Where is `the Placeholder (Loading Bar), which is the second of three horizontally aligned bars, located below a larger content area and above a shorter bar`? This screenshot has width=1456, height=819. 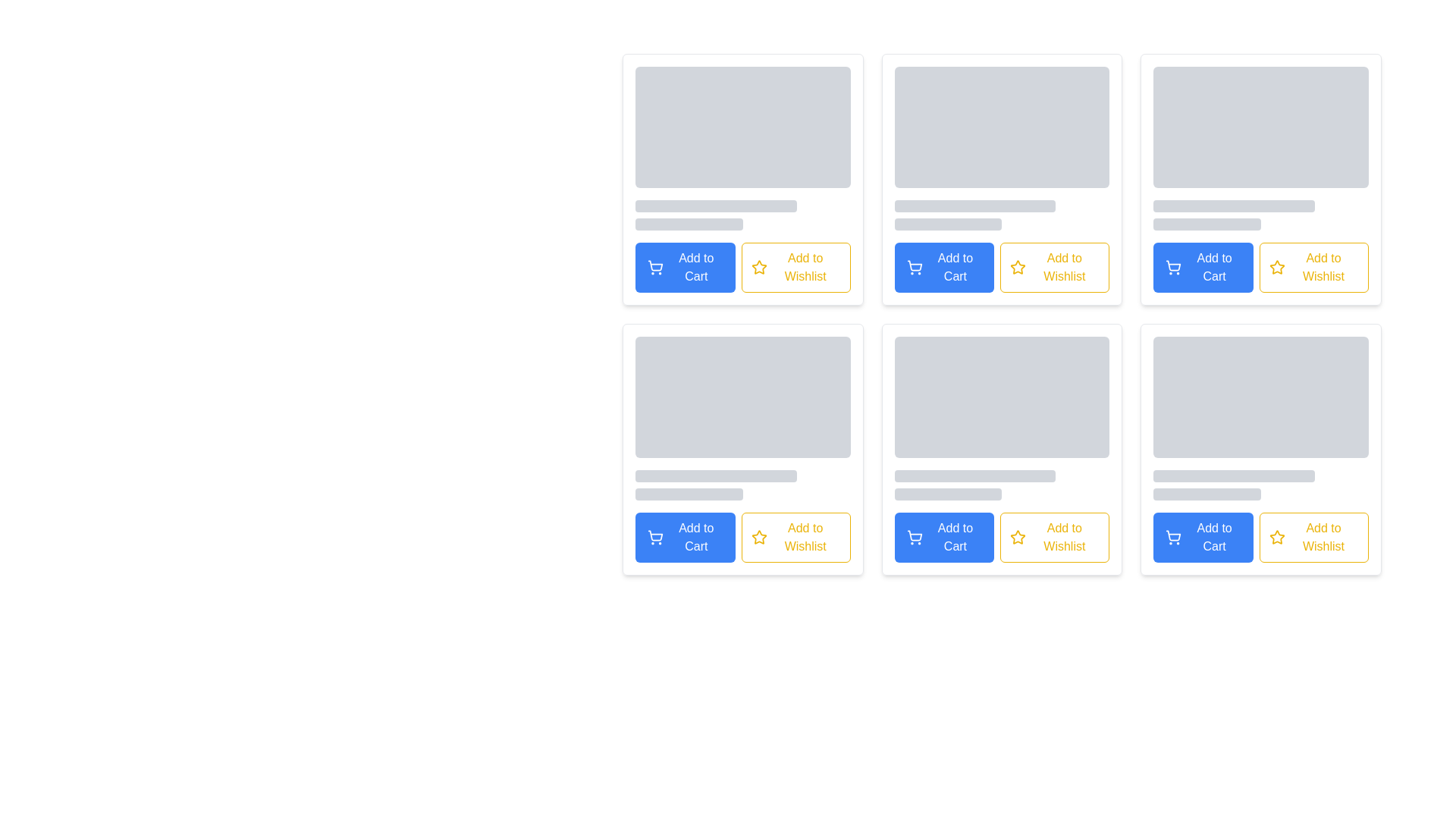
the Placeholder (Loading Bar), which is the second of three horizontally aligned bars, located below a larger content area and above a shorter bar is located at coordinates (1234, 475).